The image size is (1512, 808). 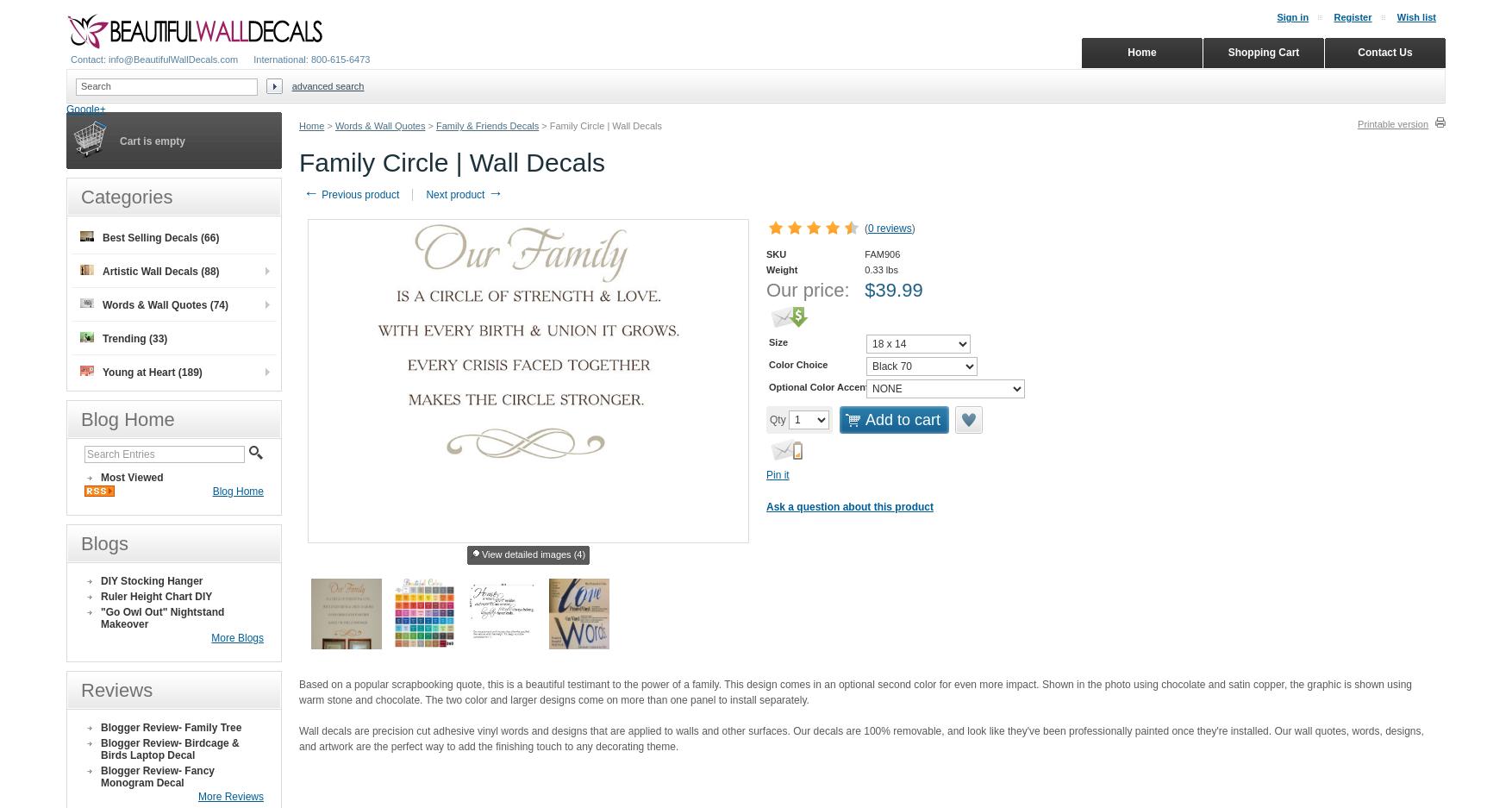 What do you see at coordinates (863, 228) in the screenshot?
I see `'('` at bounding box center [863, 228].